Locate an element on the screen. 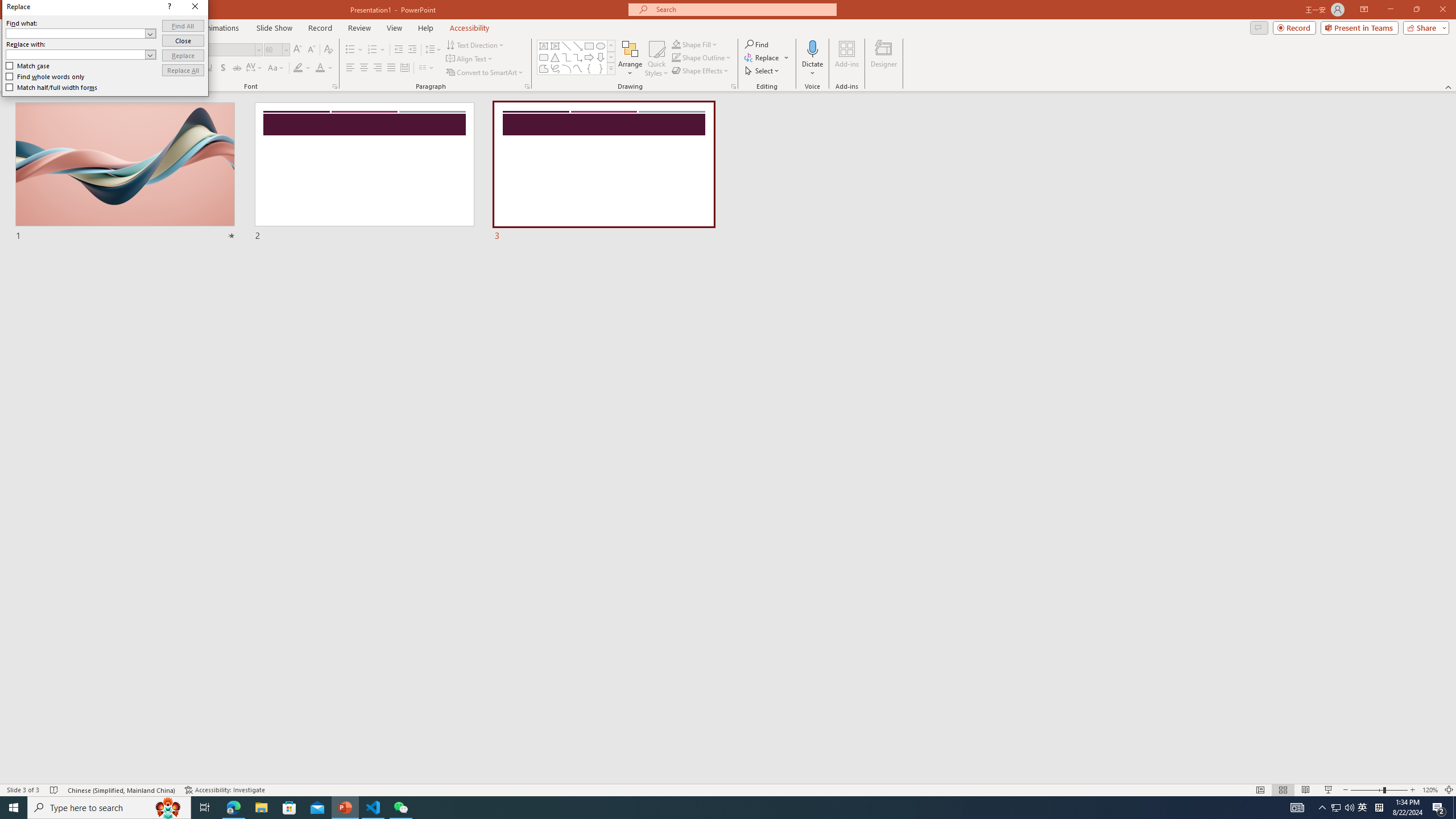  'Text Highlight Color Yellow' is located at coordinates (297, 67).